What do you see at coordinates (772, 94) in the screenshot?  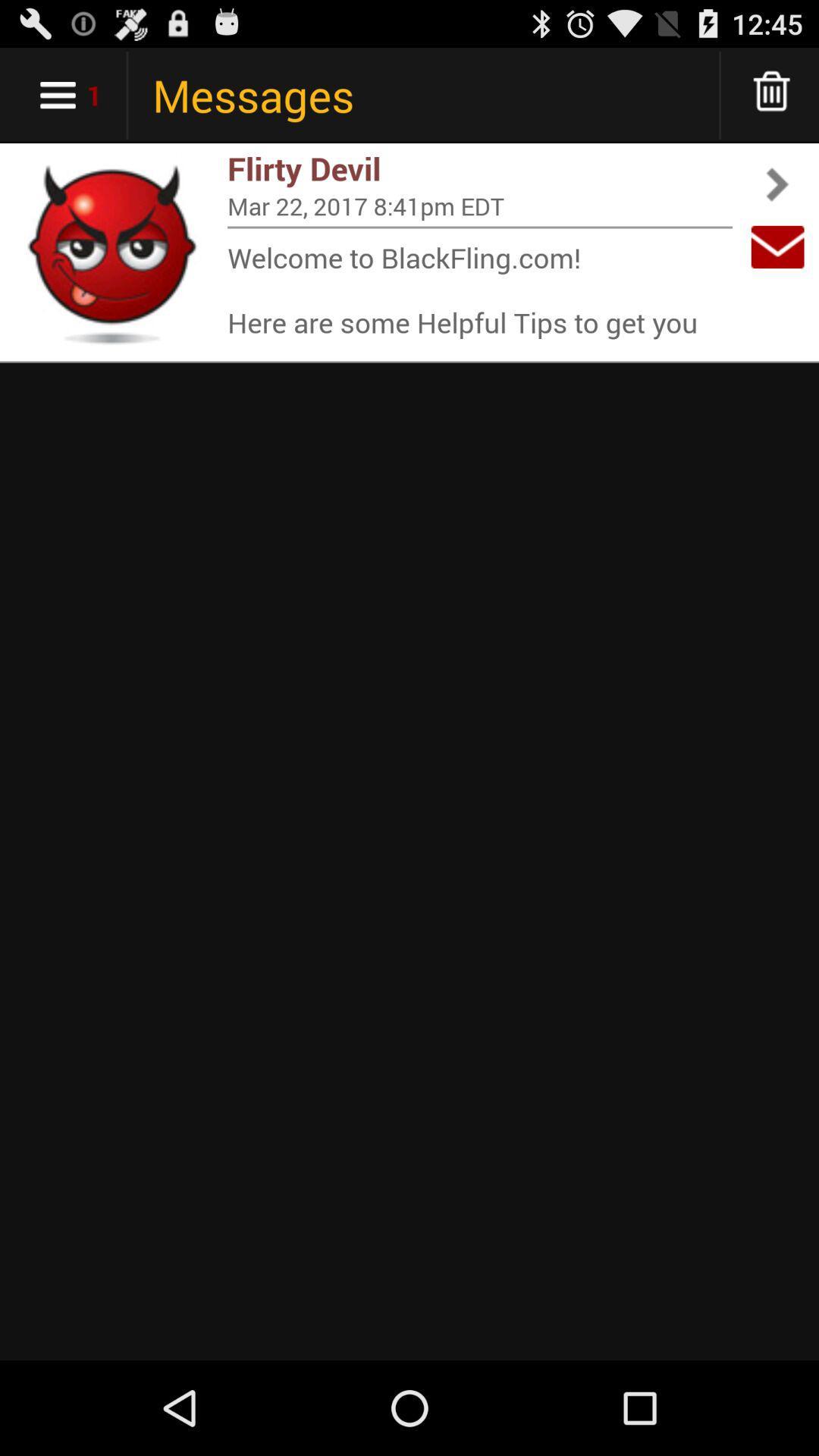 I see `app above flirty devil` at bounding box center [772, 94].